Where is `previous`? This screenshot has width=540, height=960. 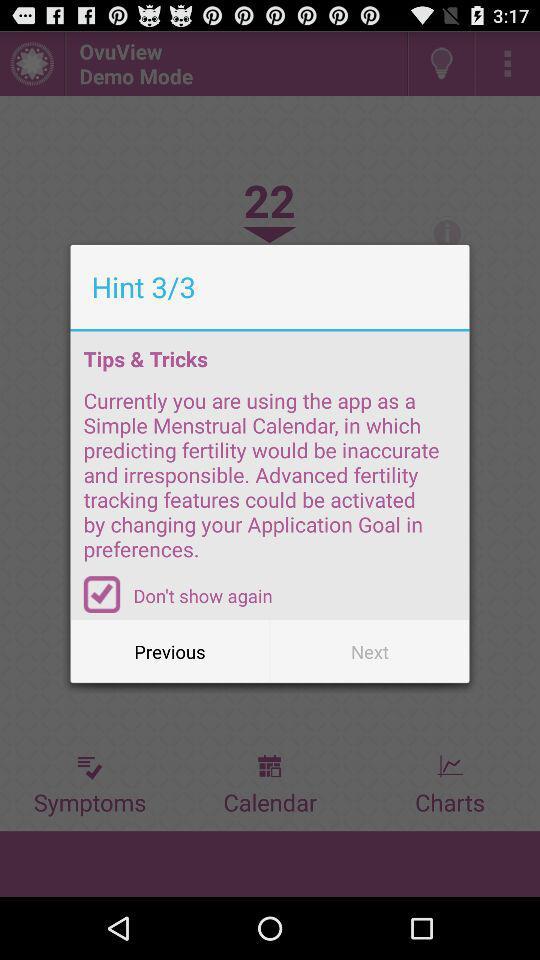 previous is located at coordinates (170, 650).